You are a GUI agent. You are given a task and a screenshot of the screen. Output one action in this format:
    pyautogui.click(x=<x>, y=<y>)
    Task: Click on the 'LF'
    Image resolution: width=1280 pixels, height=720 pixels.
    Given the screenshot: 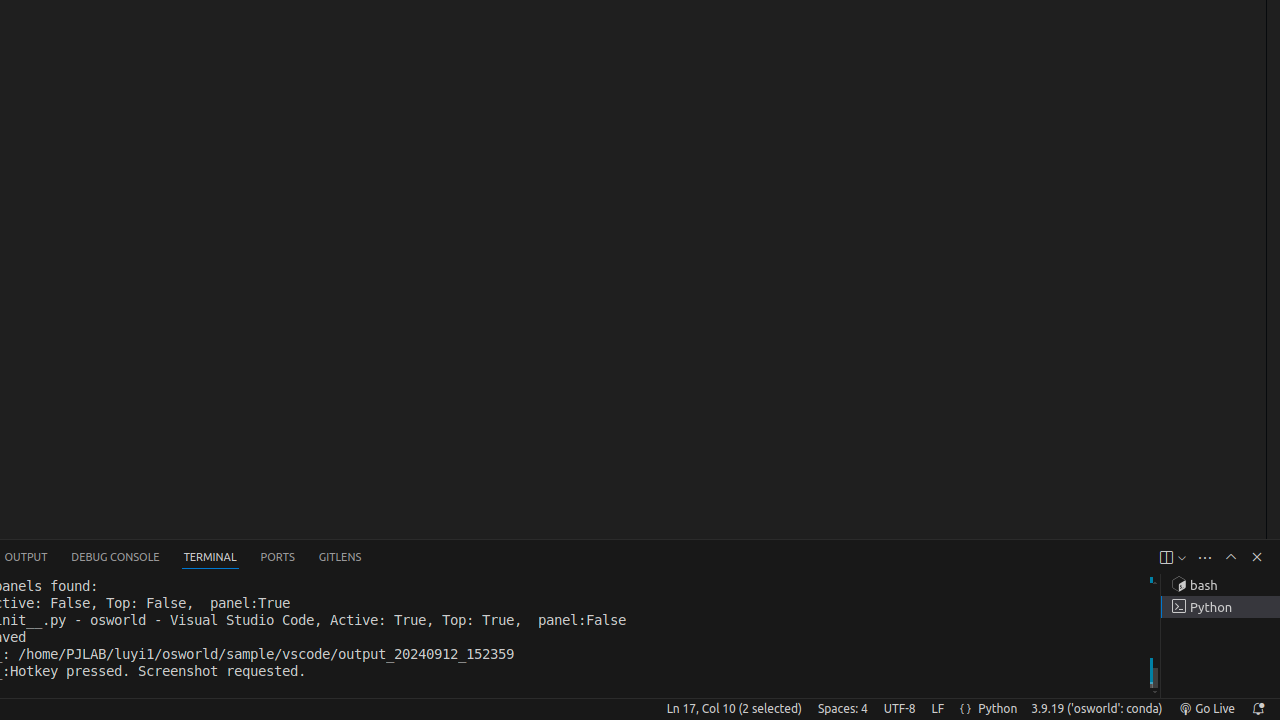 What is the action you would take?
    pyautogui.click(x=936, y=707)
    